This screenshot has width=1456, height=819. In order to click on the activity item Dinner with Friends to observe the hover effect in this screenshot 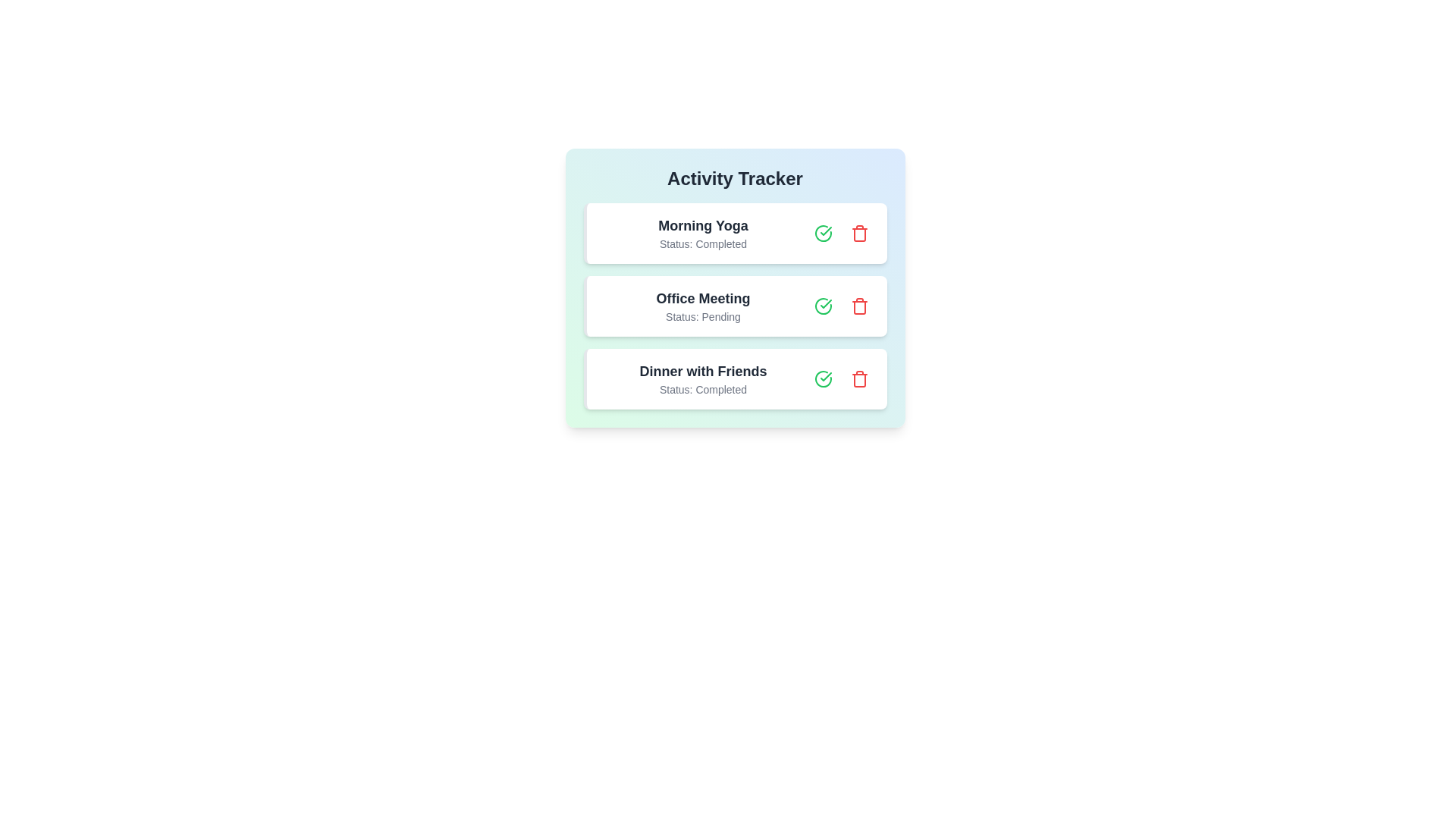, I will do `click(735, 378)`.